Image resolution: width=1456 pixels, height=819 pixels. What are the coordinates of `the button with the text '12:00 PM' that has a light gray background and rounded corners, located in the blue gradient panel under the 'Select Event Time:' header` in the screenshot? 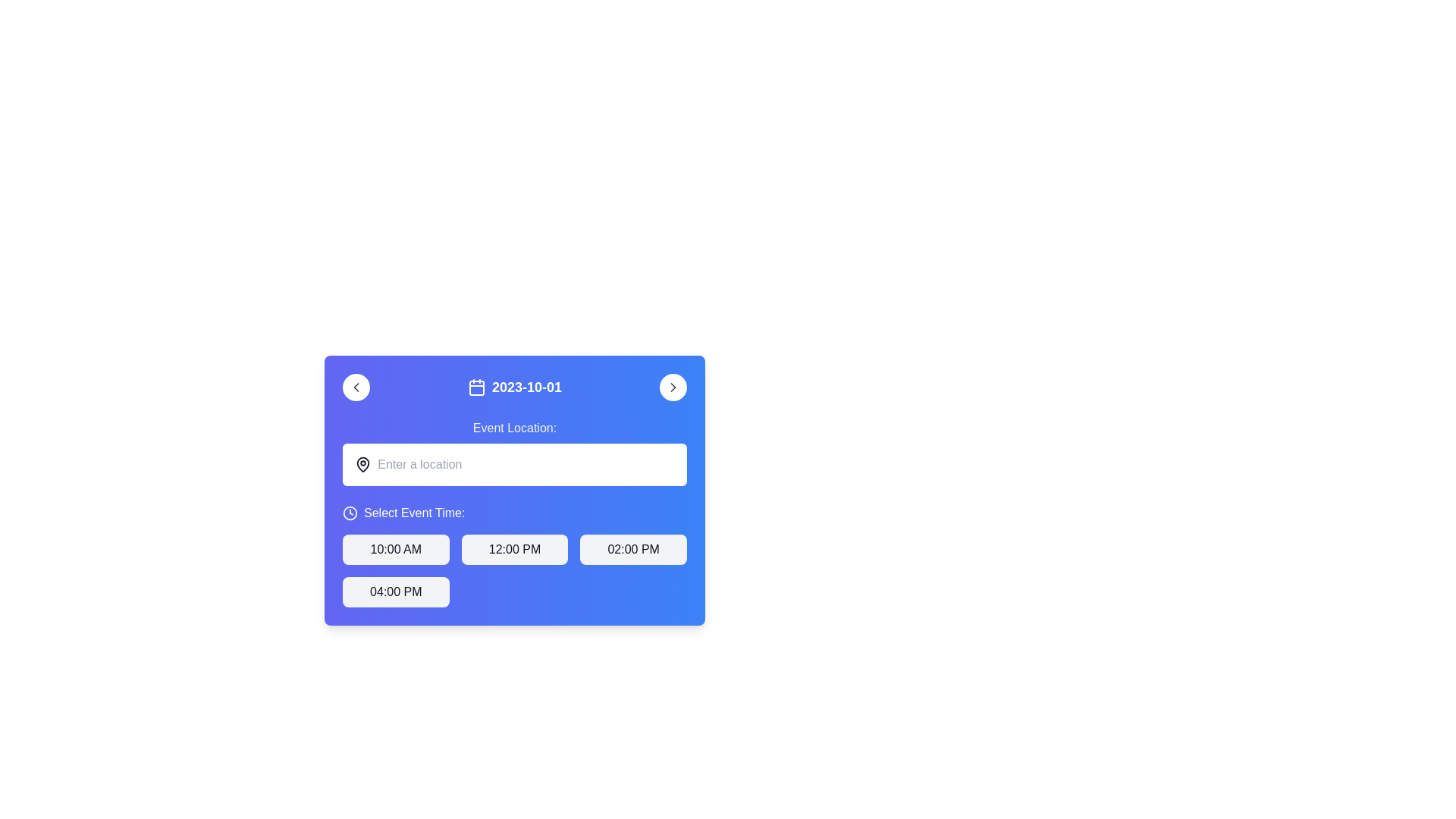 It's located at (514, 540).